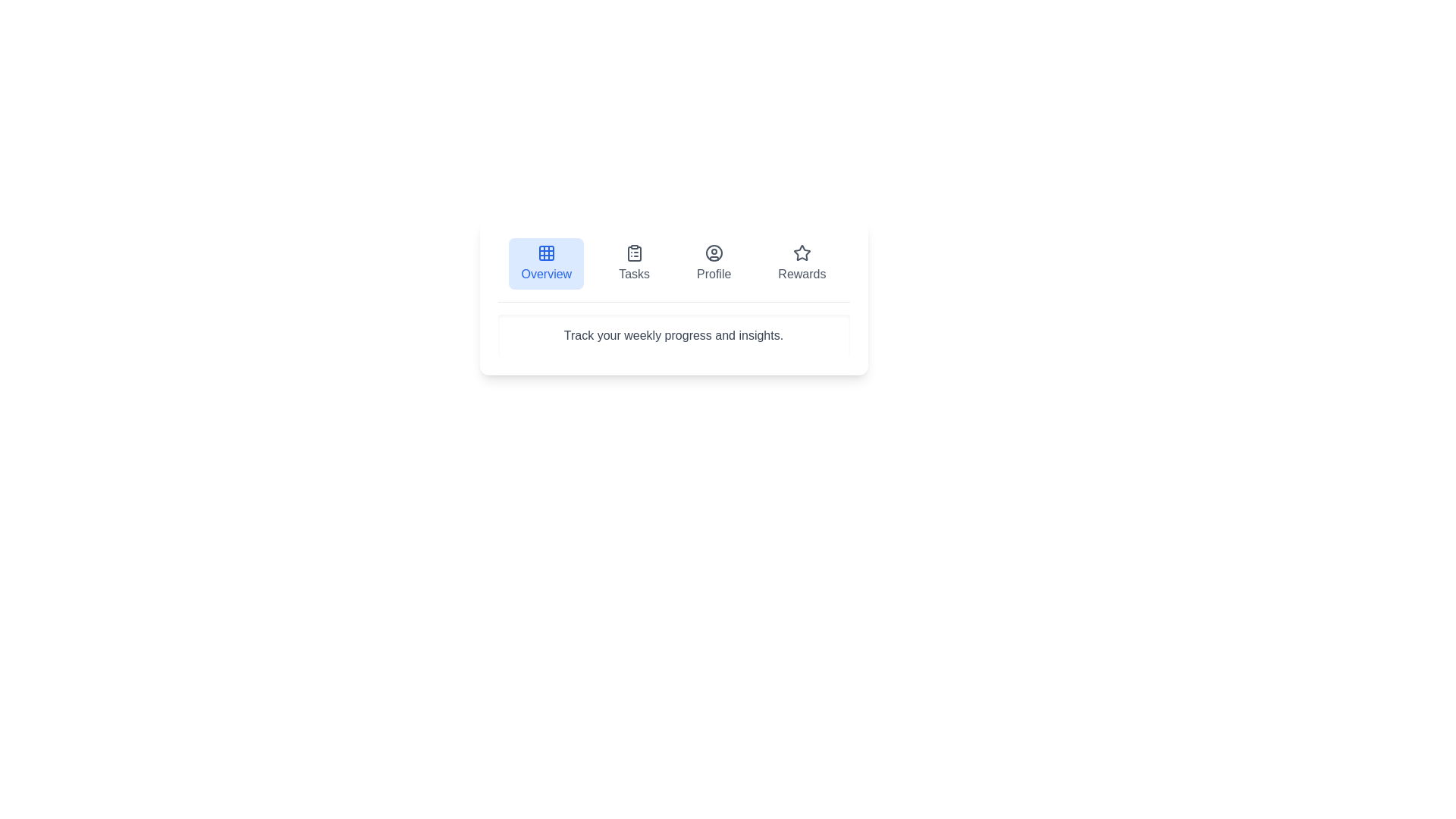  What do you see at coordinates (801, 262) in the screenshot?
I see `the 'Rewards' navigation button located on the far right of the horizontal menu` at bounding box center [801, 262].